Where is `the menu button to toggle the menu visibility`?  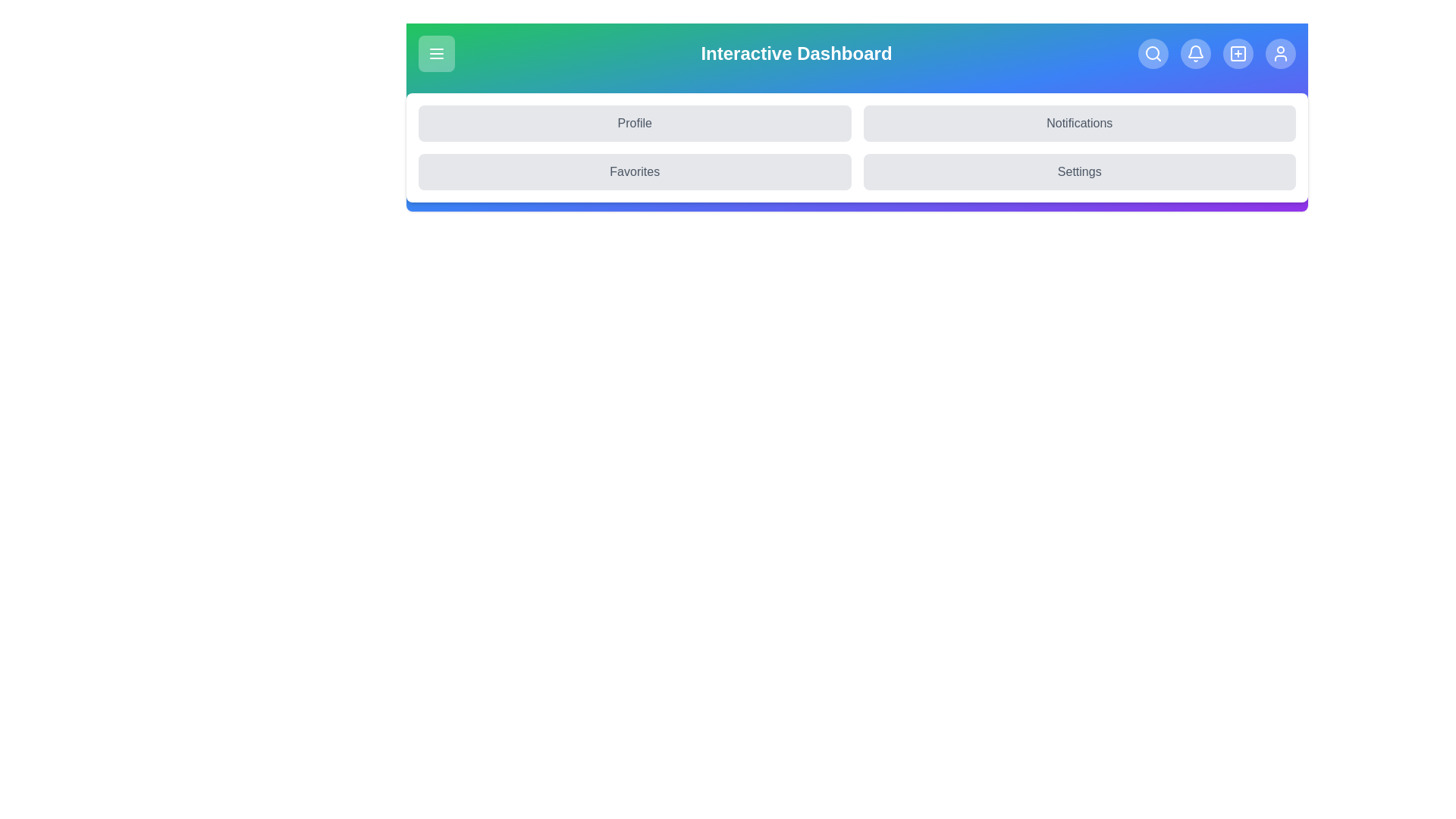 the menu button to toggle the menu visibility is located at coordinates (436, 52).